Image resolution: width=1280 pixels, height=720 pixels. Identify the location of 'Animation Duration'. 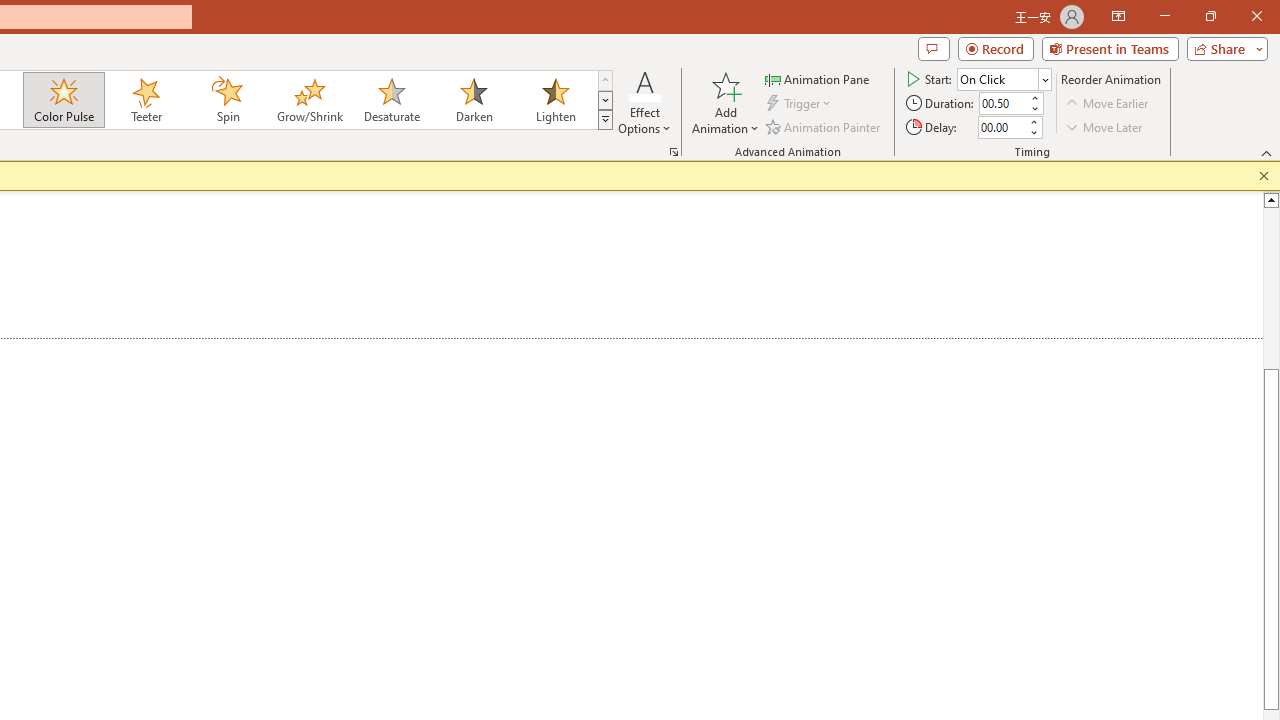
(1003, 103).